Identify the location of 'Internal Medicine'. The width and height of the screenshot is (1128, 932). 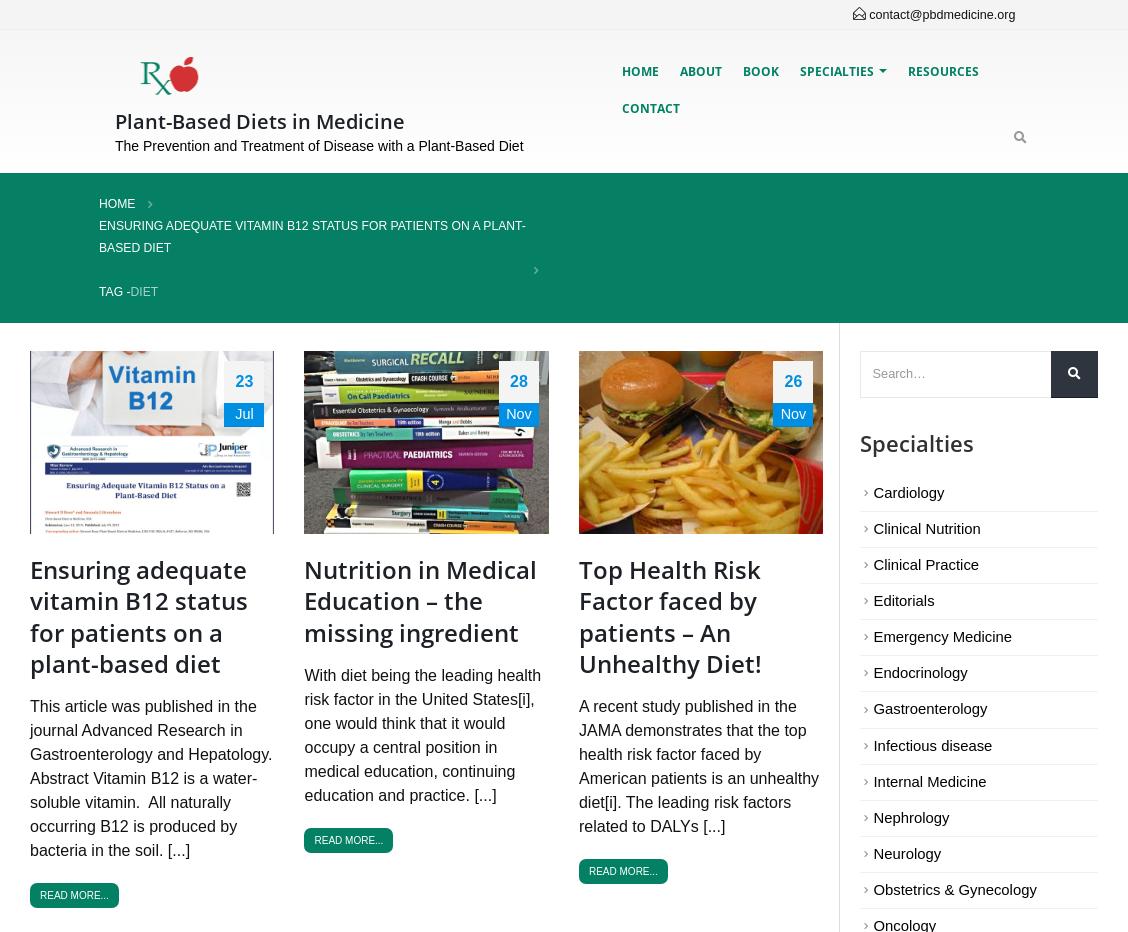
(929, 781).